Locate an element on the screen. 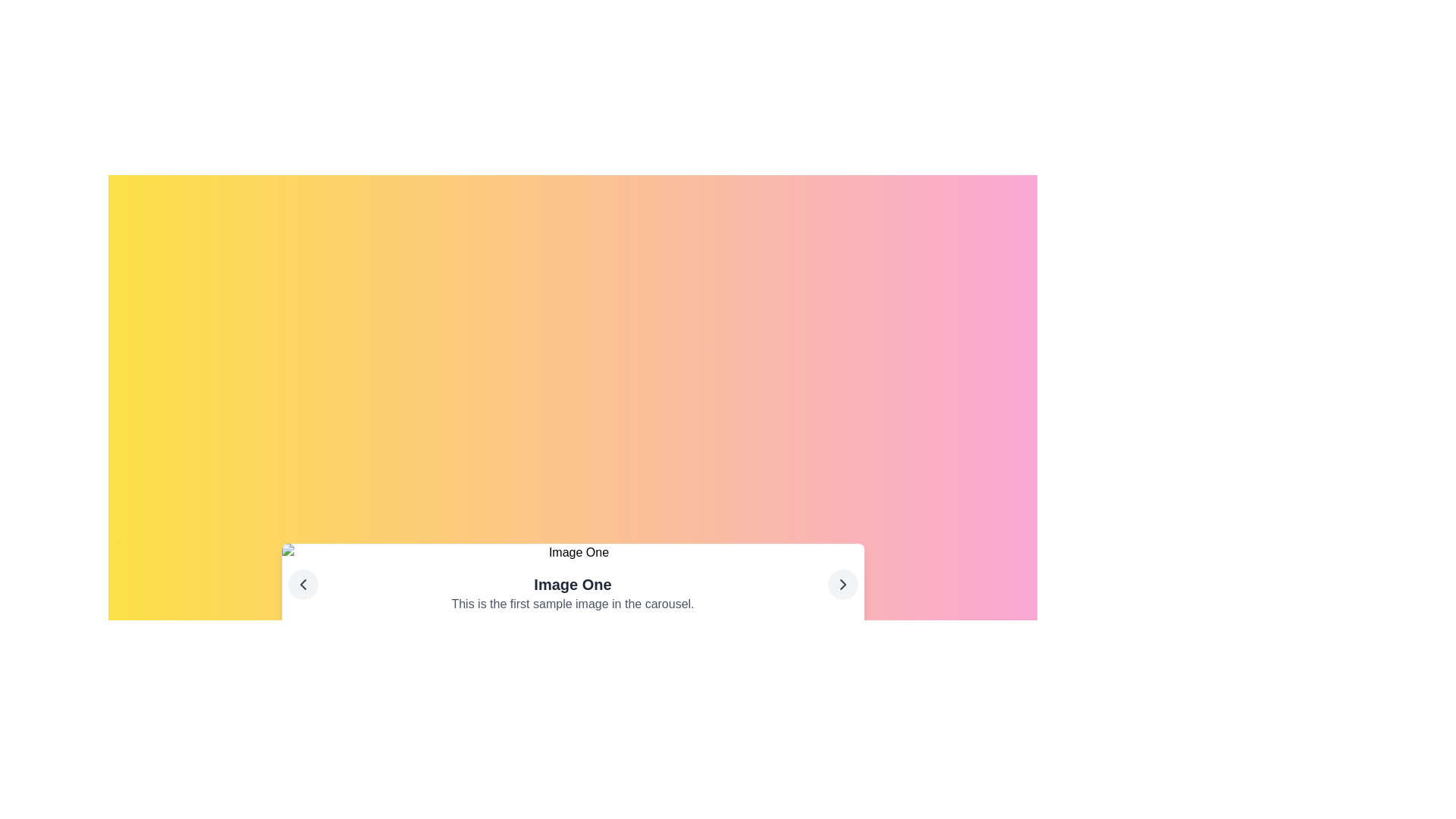 Image resolution: width=1456 pixels, height=819 pixels. the text label that serves as the title for the associated image or section in the carousel, which is centrally aligned and positioned at the top of the layout is located at coordinates (572, 584).